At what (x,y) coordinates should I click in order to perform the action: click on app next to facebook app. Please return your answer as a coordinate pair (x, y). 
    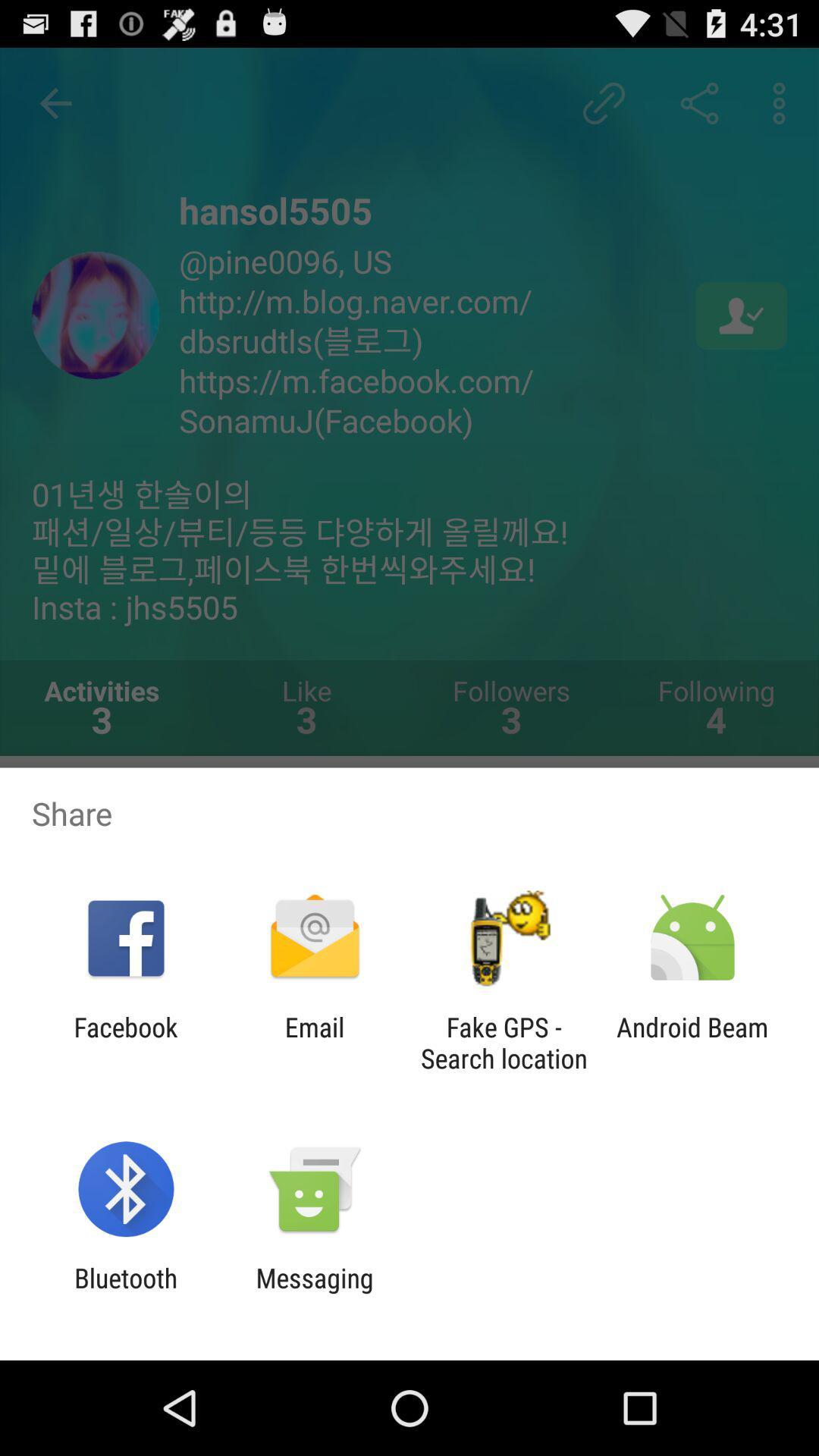
    Looking at the image, I should click on (314, 1042).